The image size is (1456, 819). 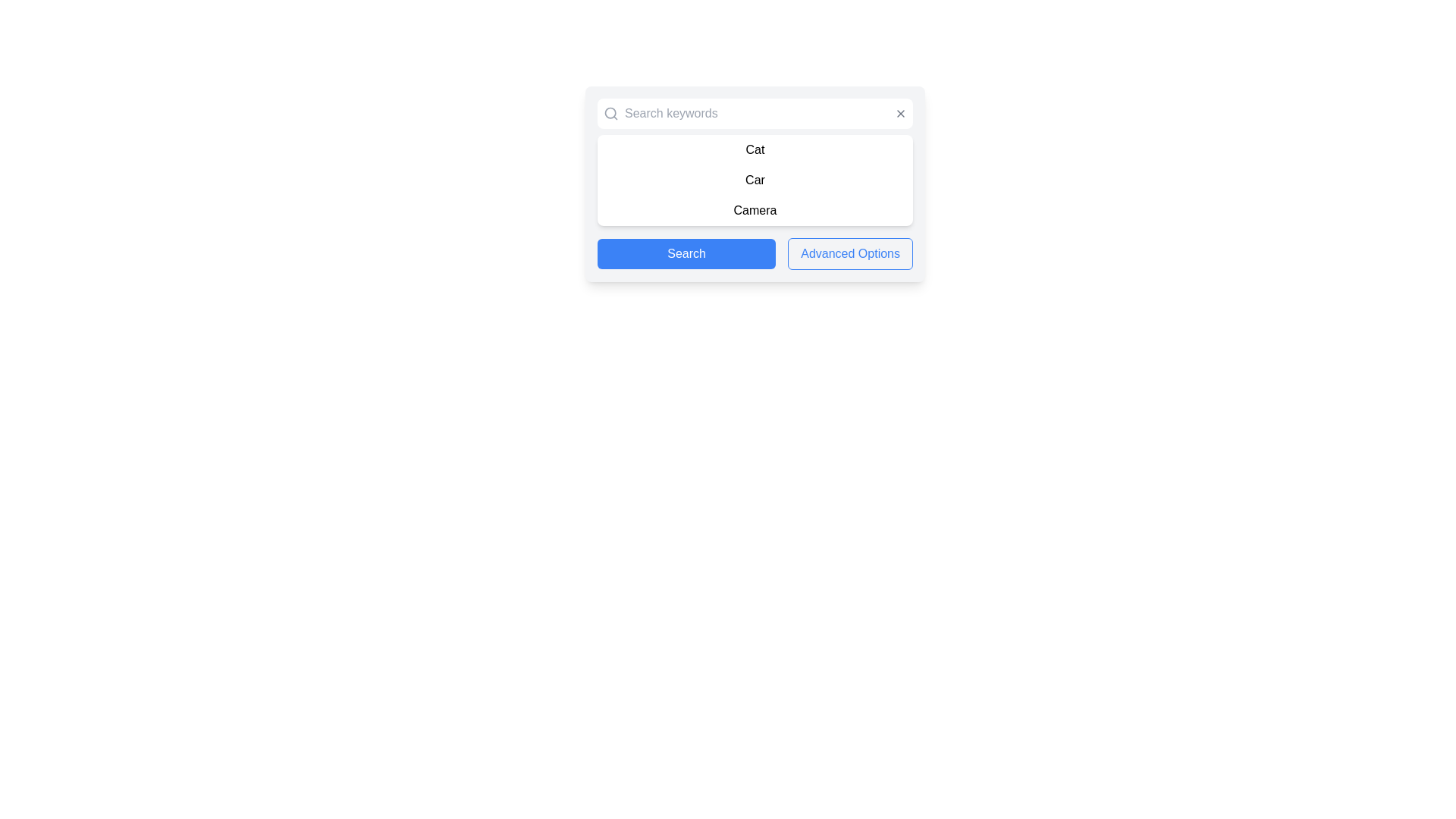 I want to click on the search button located below the search input box, which initiates a search operation when clicked, so click(x=686, y=253).